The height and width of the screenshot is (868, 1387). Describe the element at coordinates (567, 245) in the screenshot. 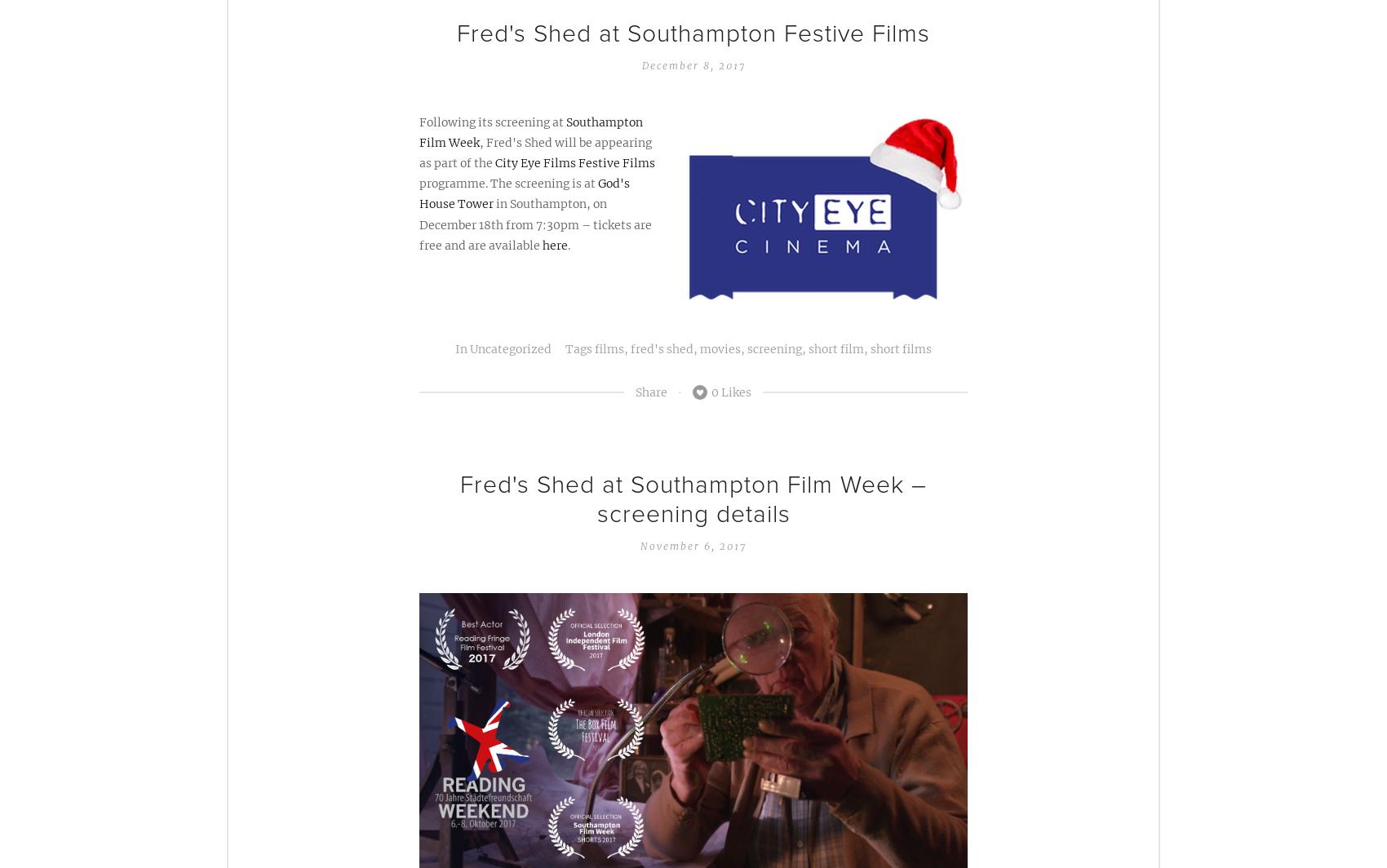

I see `'.'` at that location.